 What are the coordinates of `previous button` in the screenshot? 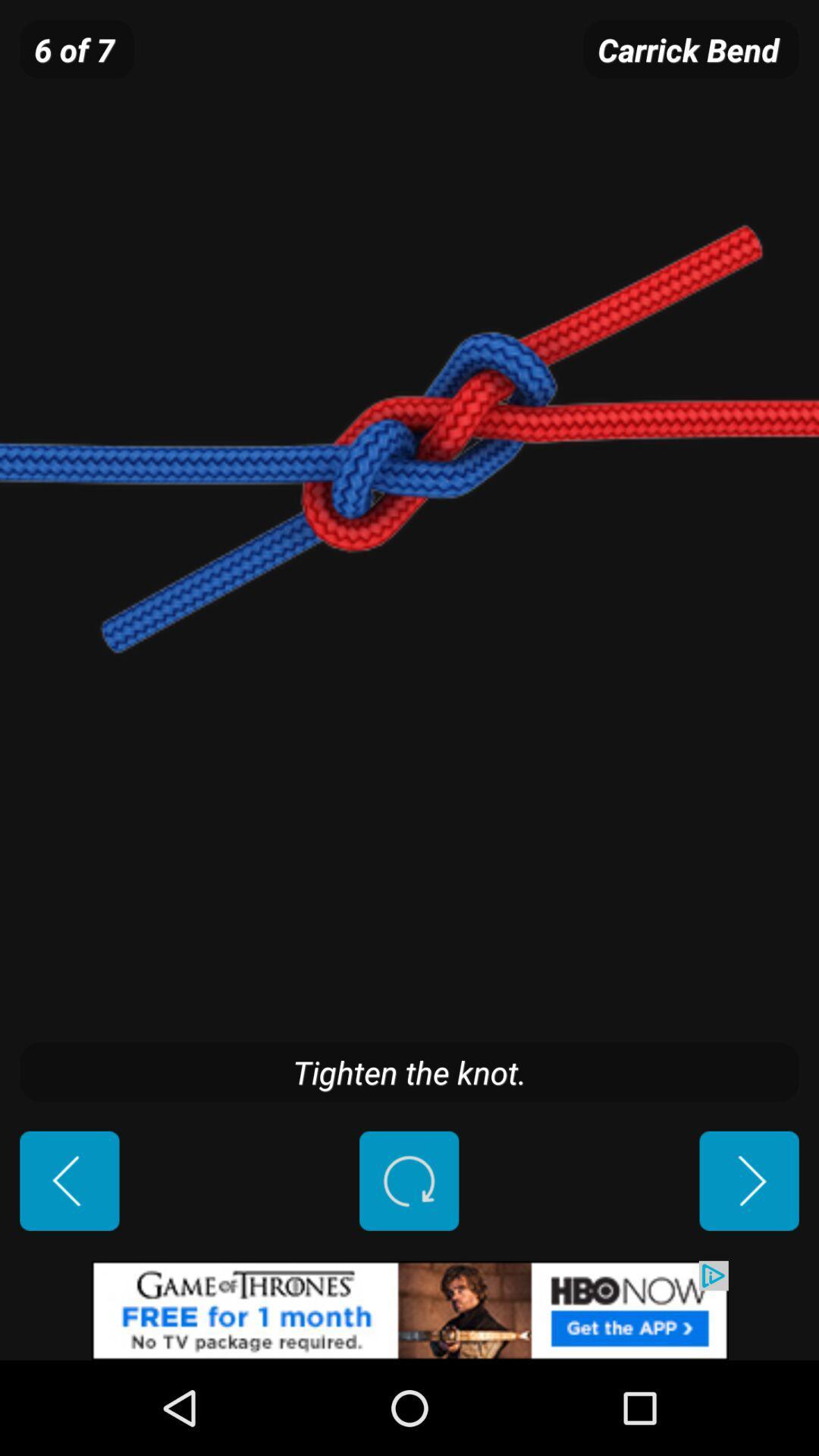 It's located at (69, 1180).